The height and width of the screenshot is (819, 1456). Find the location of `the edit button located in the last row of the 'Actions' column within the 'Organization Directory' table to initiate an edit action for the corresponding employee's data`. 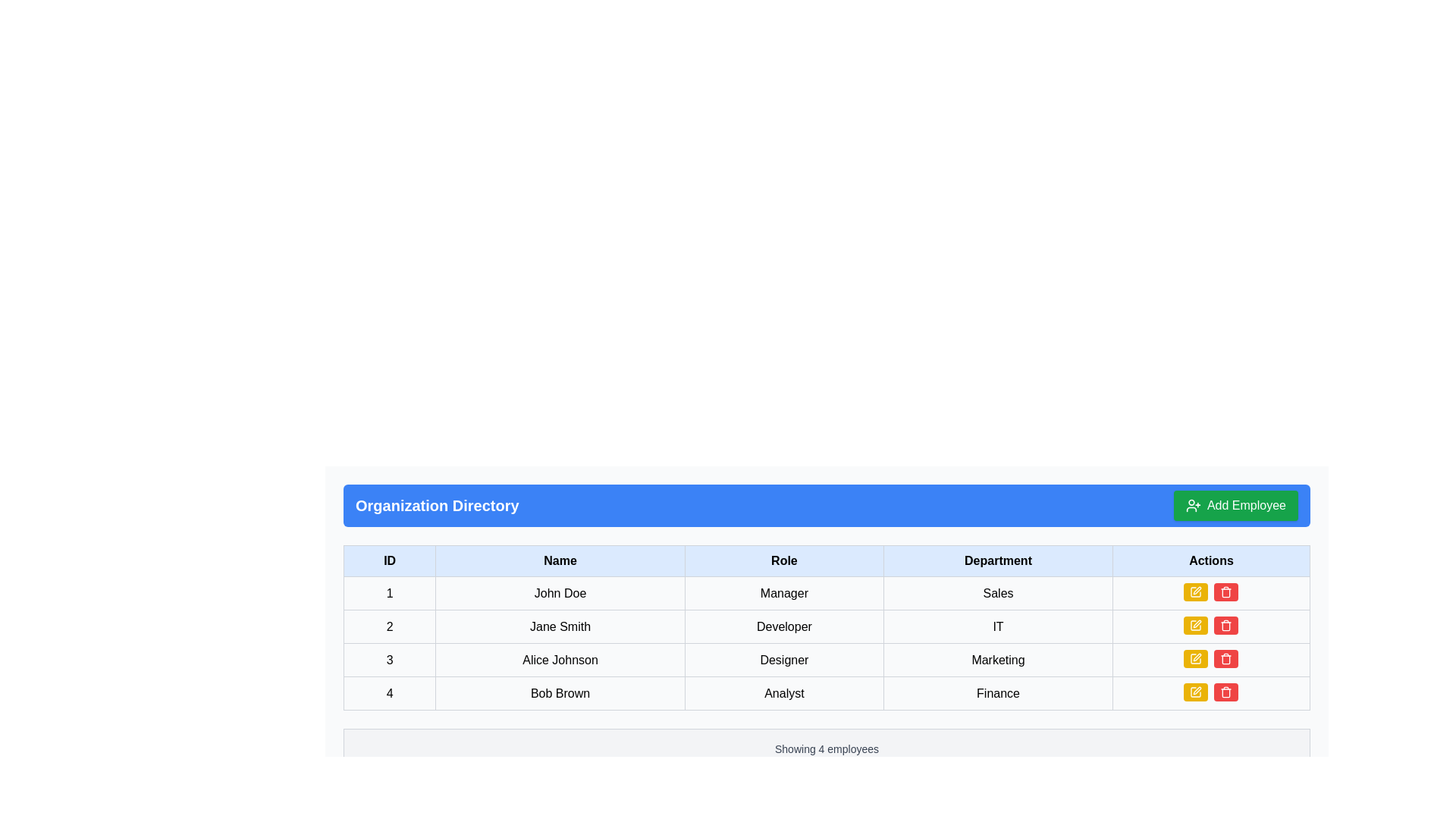

the edit button located in the last row of the 'Actions' column within the 'Organization Directory' table to initiate an edit action for the corresponding employee's data is located at coordinates (1195, 692).